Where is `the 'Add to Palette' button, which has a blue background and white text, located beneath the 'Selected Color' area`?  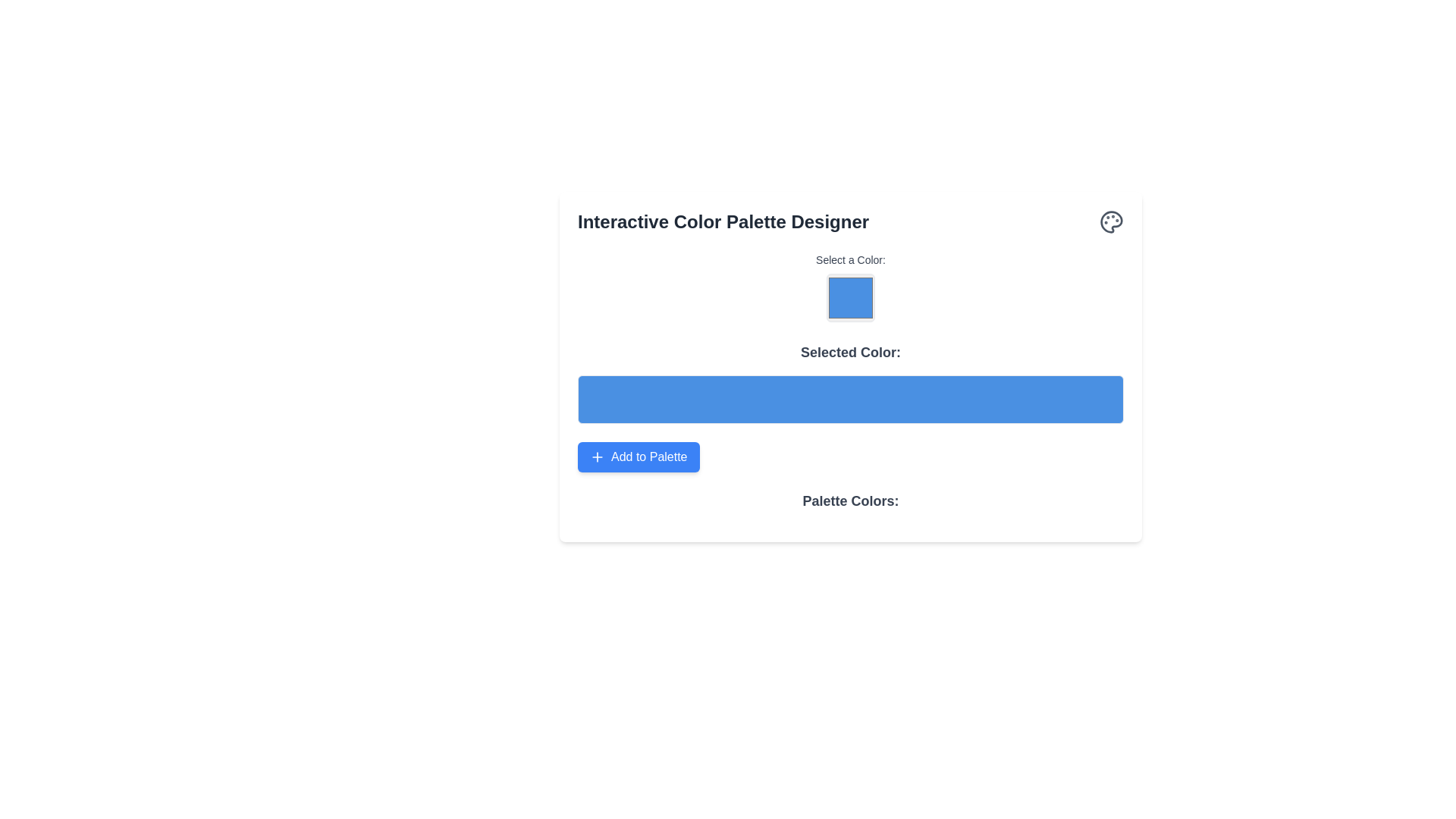
the 'Add to Palette' button, which has a blue background and white text, located beneath the 'Selected Color' area is located at coordinates (638, 456).